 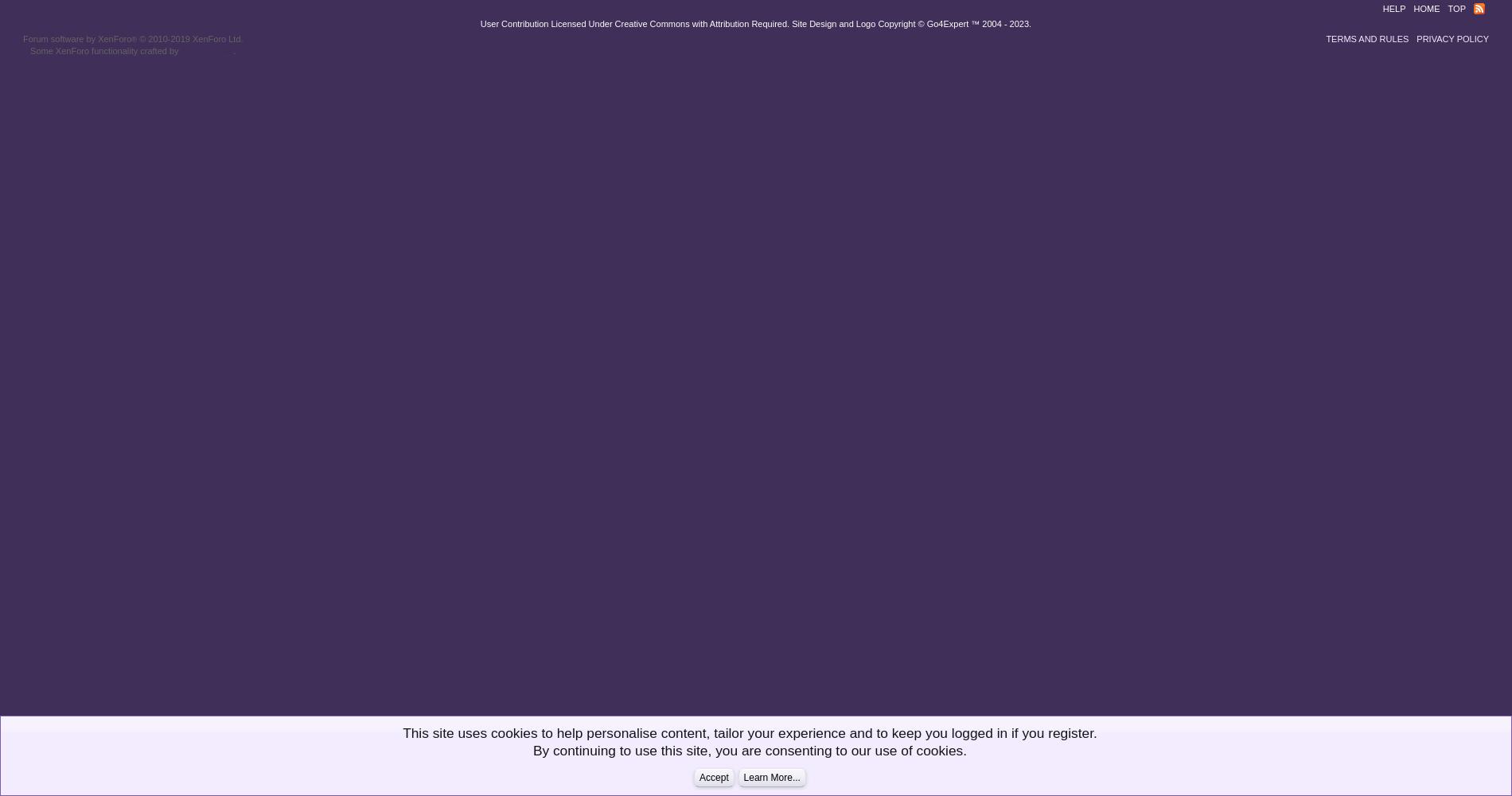 What do you see at coordinates (105, 49) in the screenshot?
I see `'Some XenForo functionality crafted by'` at bounding box center [105, 49].